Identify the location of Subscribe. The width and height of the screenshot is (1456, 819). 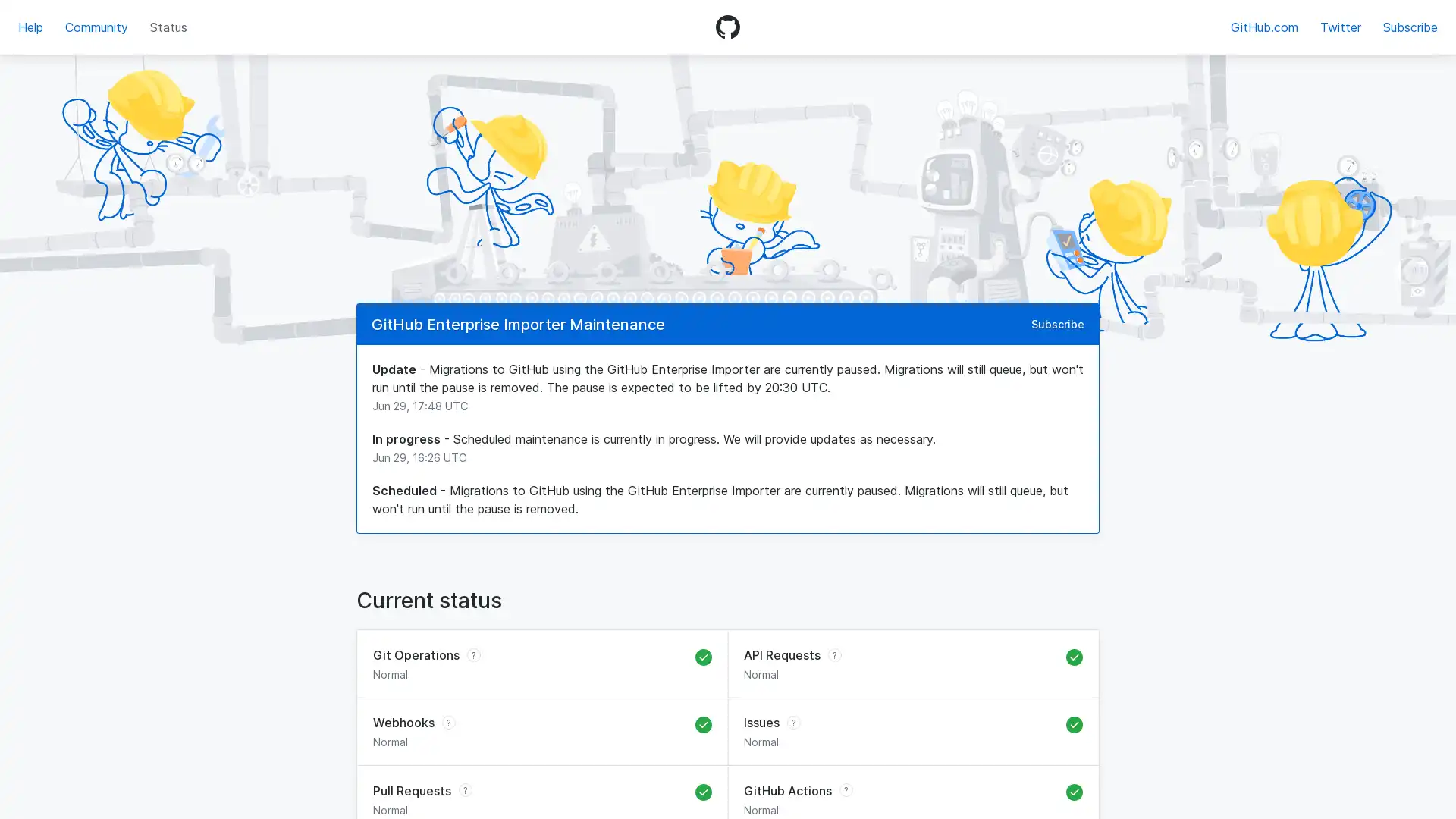
(1057, 323).